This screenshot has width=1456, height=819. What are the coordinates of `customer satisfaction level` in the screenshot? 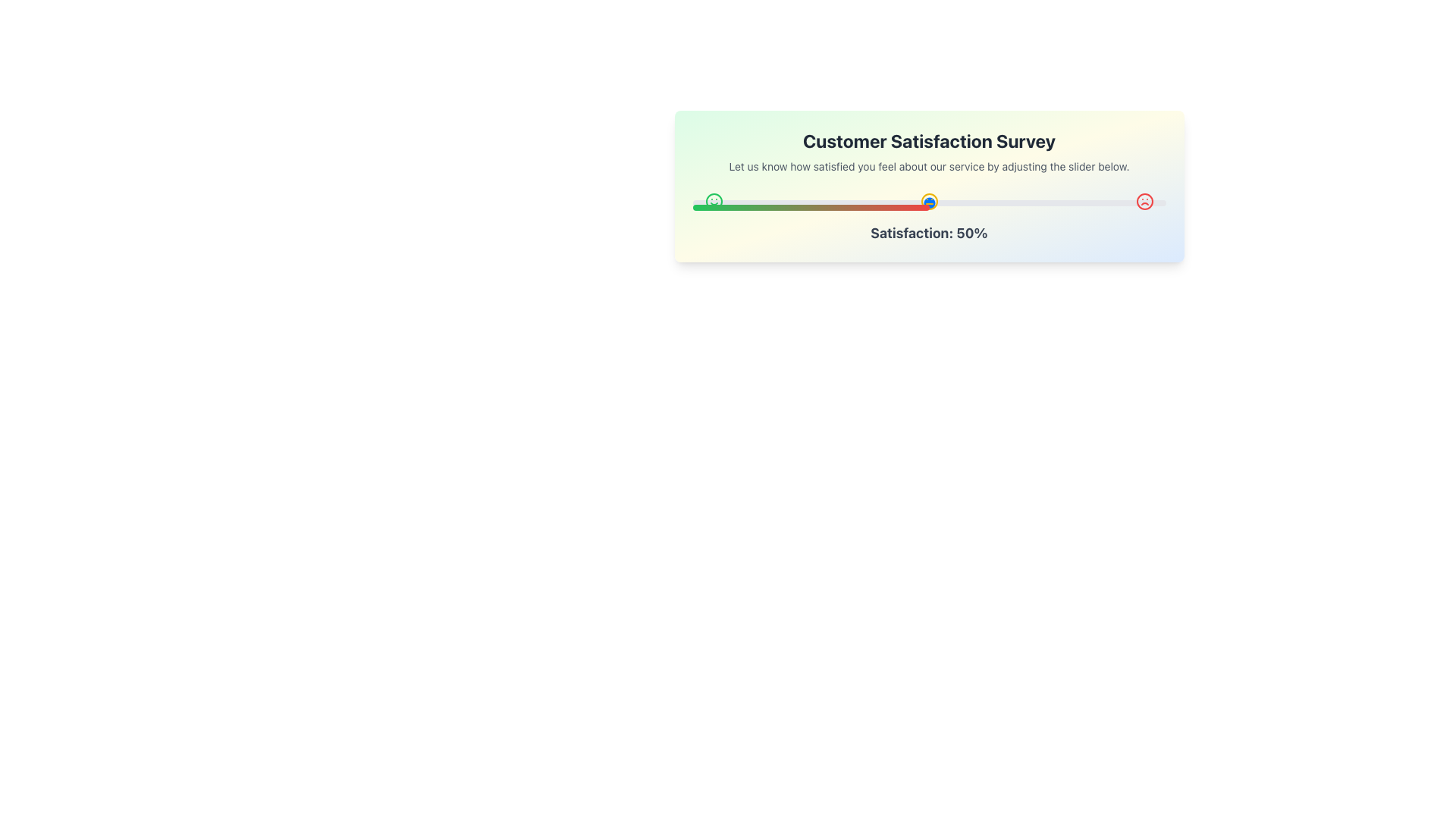 It's located at (914, 202).